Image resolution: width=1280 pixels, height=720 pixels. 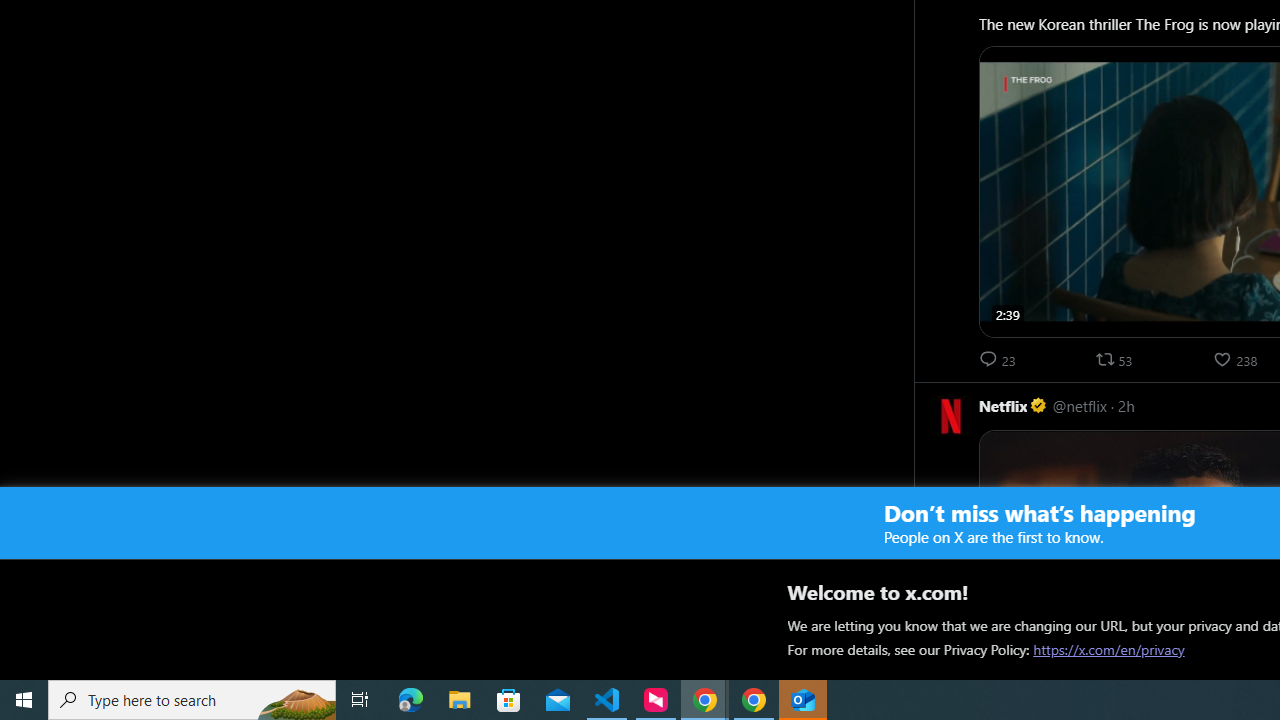 I want to click on '23 Replies. Reply', so click(x=999, y=358).